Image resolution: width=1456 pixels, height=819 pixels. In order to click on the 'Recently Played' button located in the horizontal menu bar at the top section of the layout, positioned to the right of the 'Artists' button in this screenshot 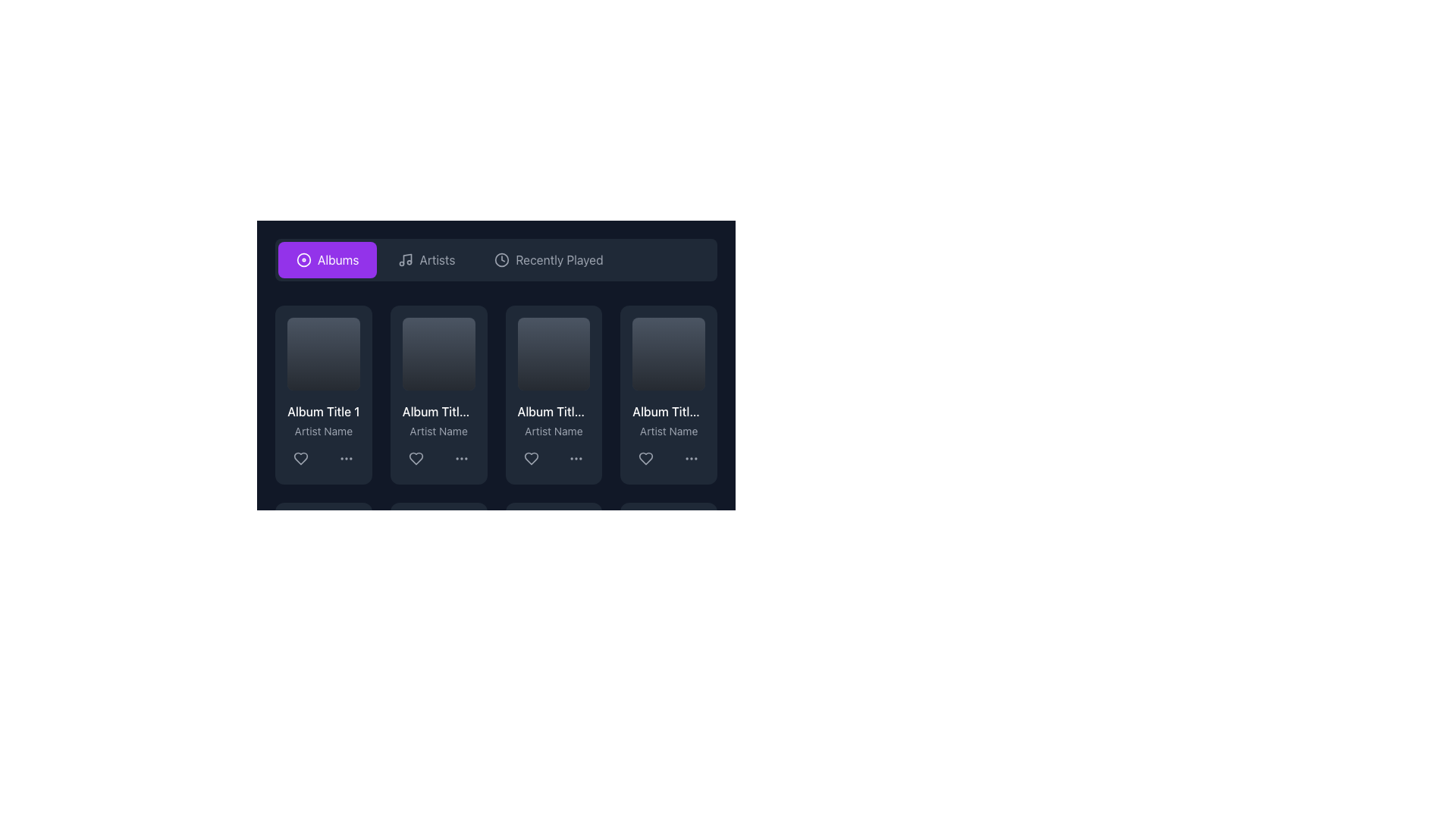, I will do `click(548, 259)`.